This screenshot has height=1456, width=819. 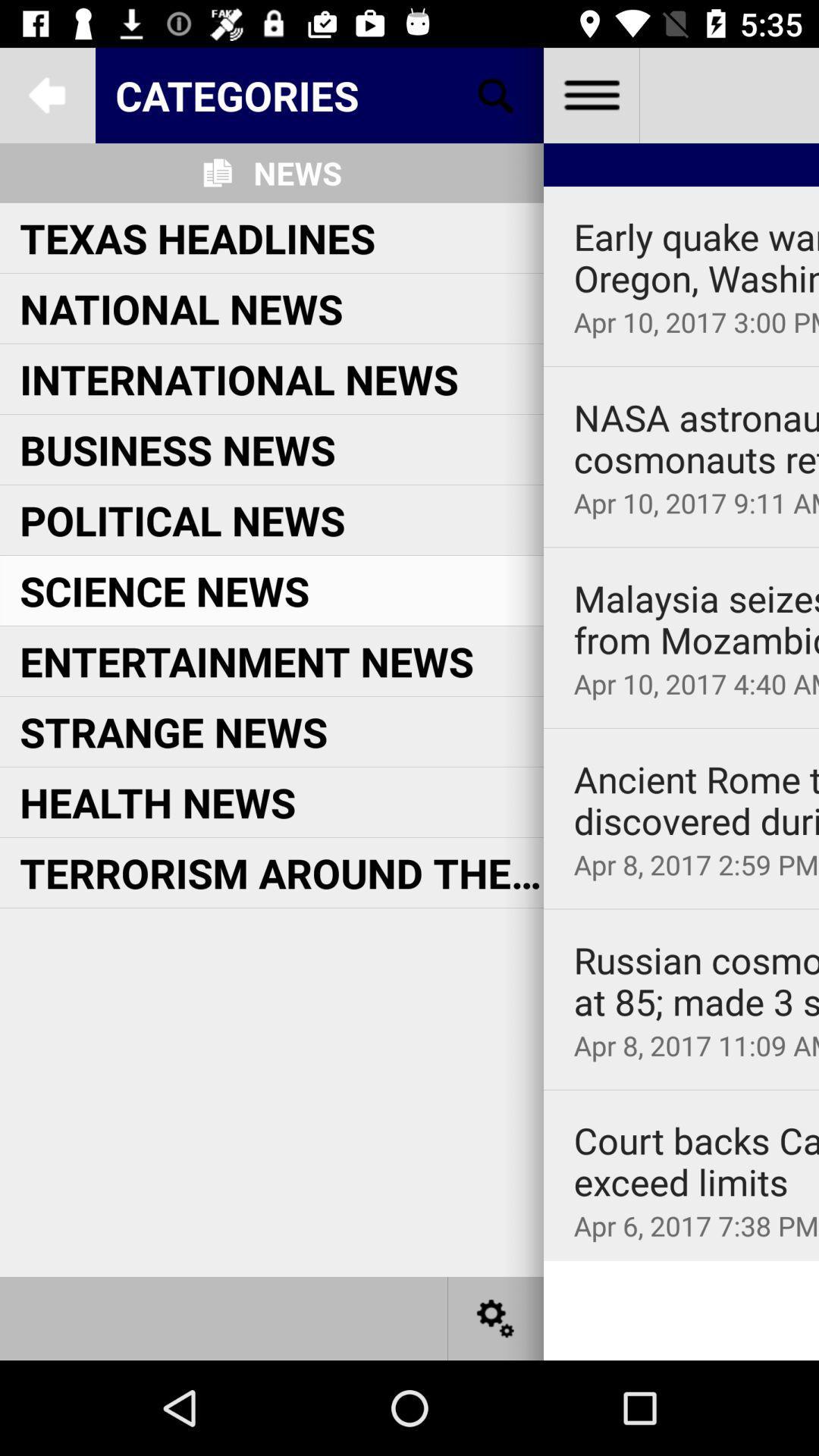 I want to click on choose from menu, so click(x=590, y=94).